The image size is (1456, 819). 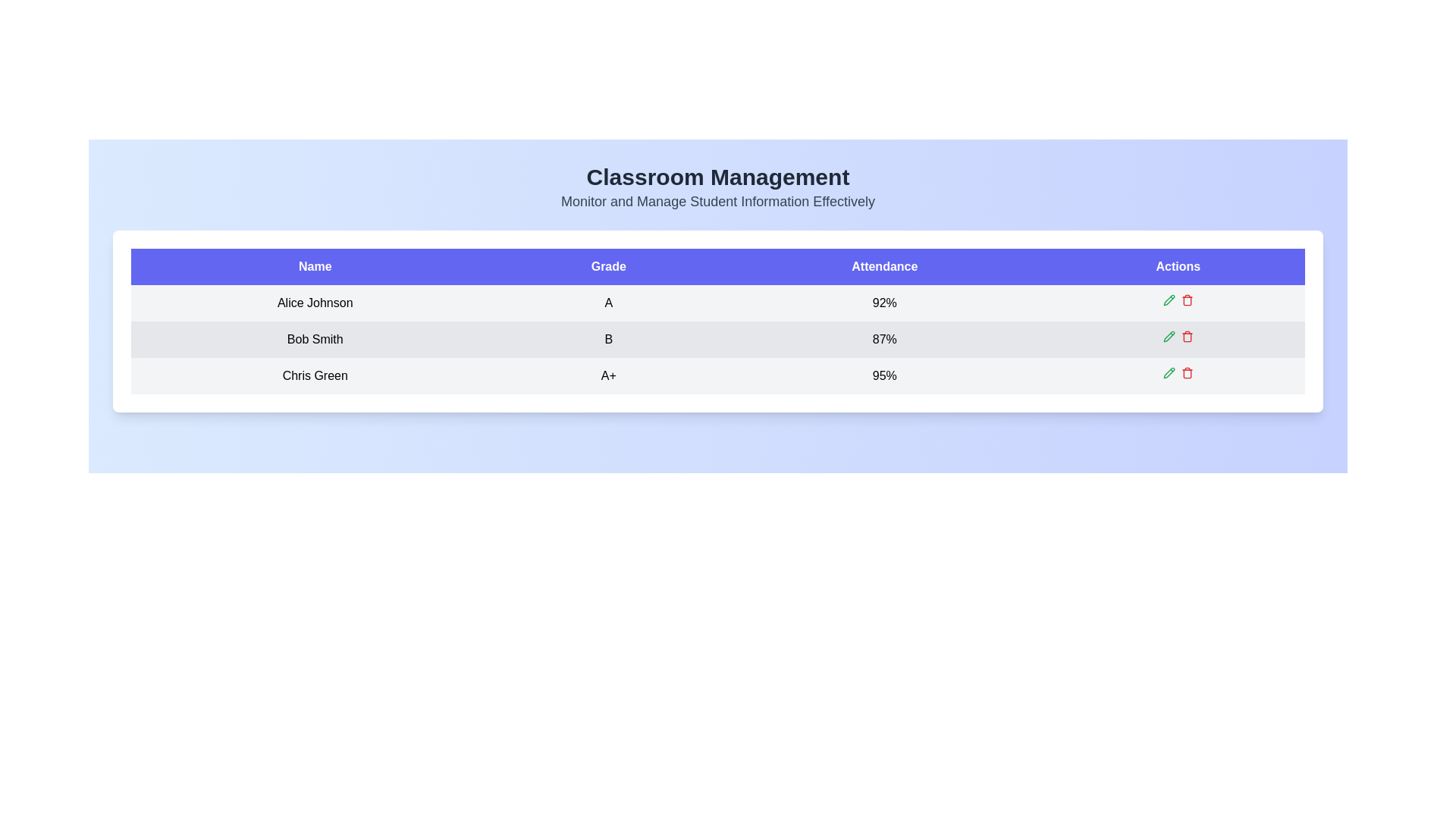 What do you see at coordinates (1177, 373) in the screenshot?
I see `the green pencil icon in the Action group for 'Chris Green'` at bounding box center [1177, 373].